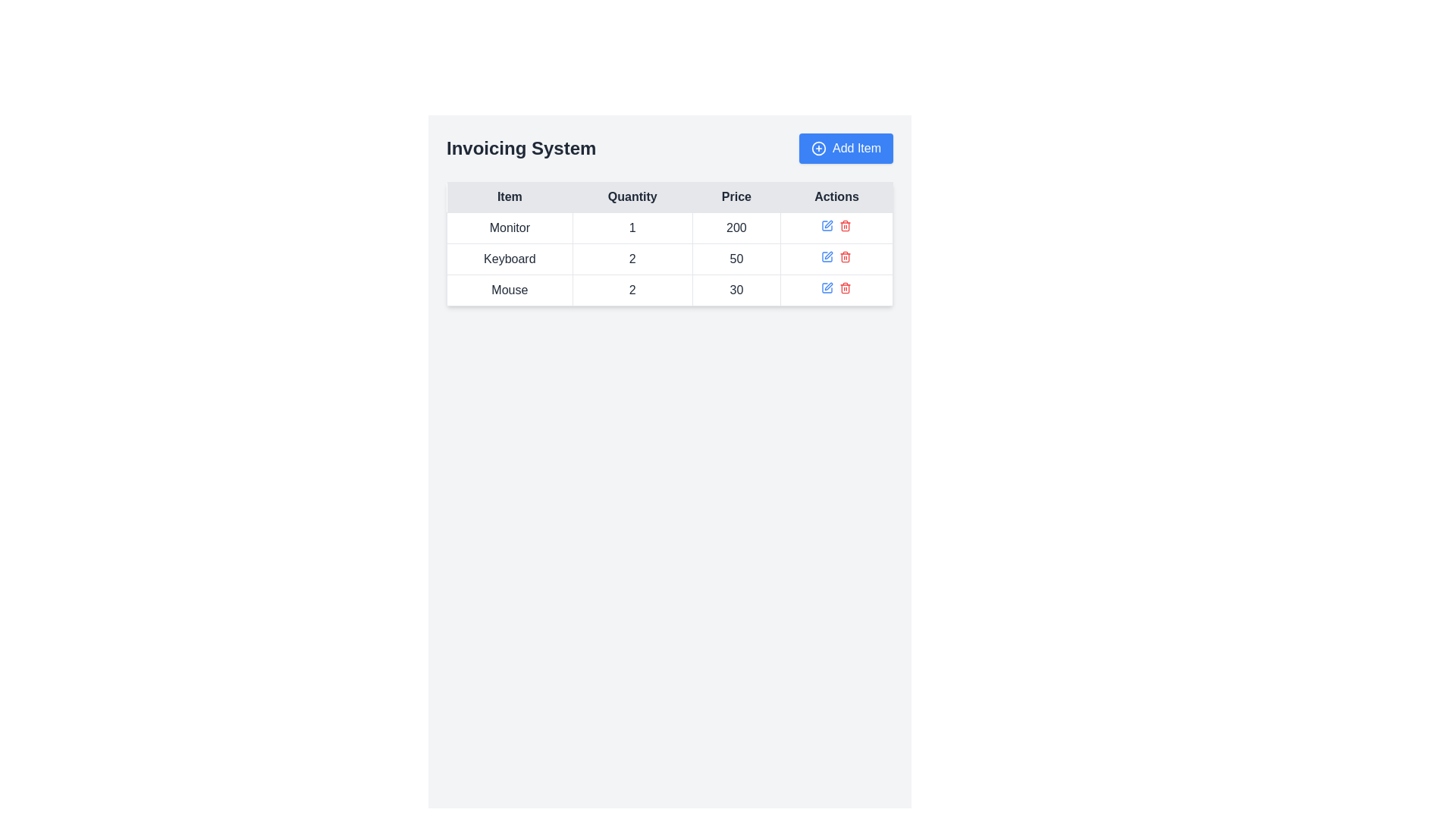 This screenshot has width=1456, height=819. I want to click on the circular outline of the plus icon within the 'Add Item' button, located at the top-right of the interface, so click(818, 149).